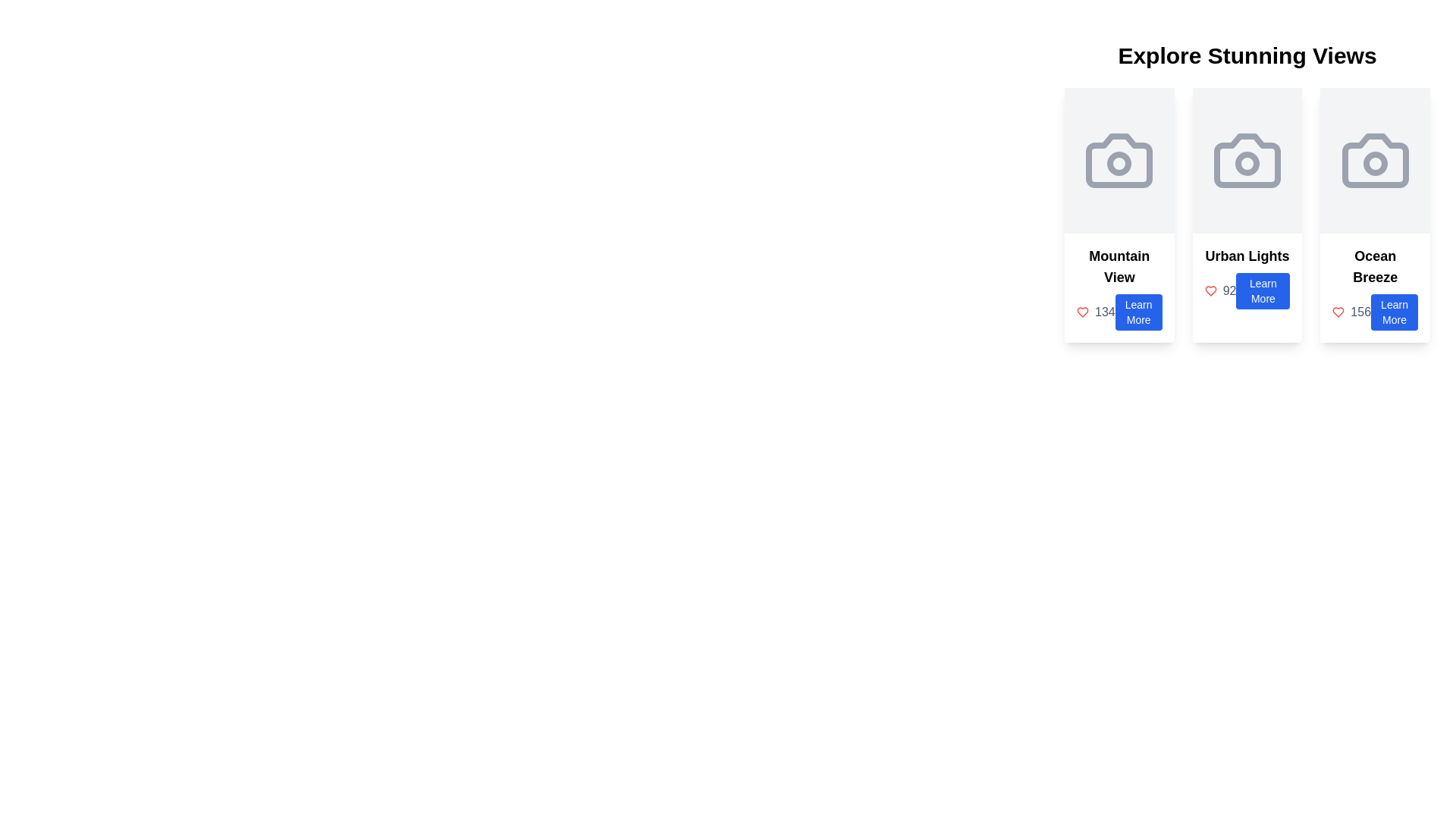 This screenshot has width=1456, height=819. What do you see at coordinates (1119, 164) in the screenshot?
I see `the Circle (SVG Element) that is centrally positioned within the camera icon of the first card titled 'Mountain View'` at bounding box center [1119, 164].